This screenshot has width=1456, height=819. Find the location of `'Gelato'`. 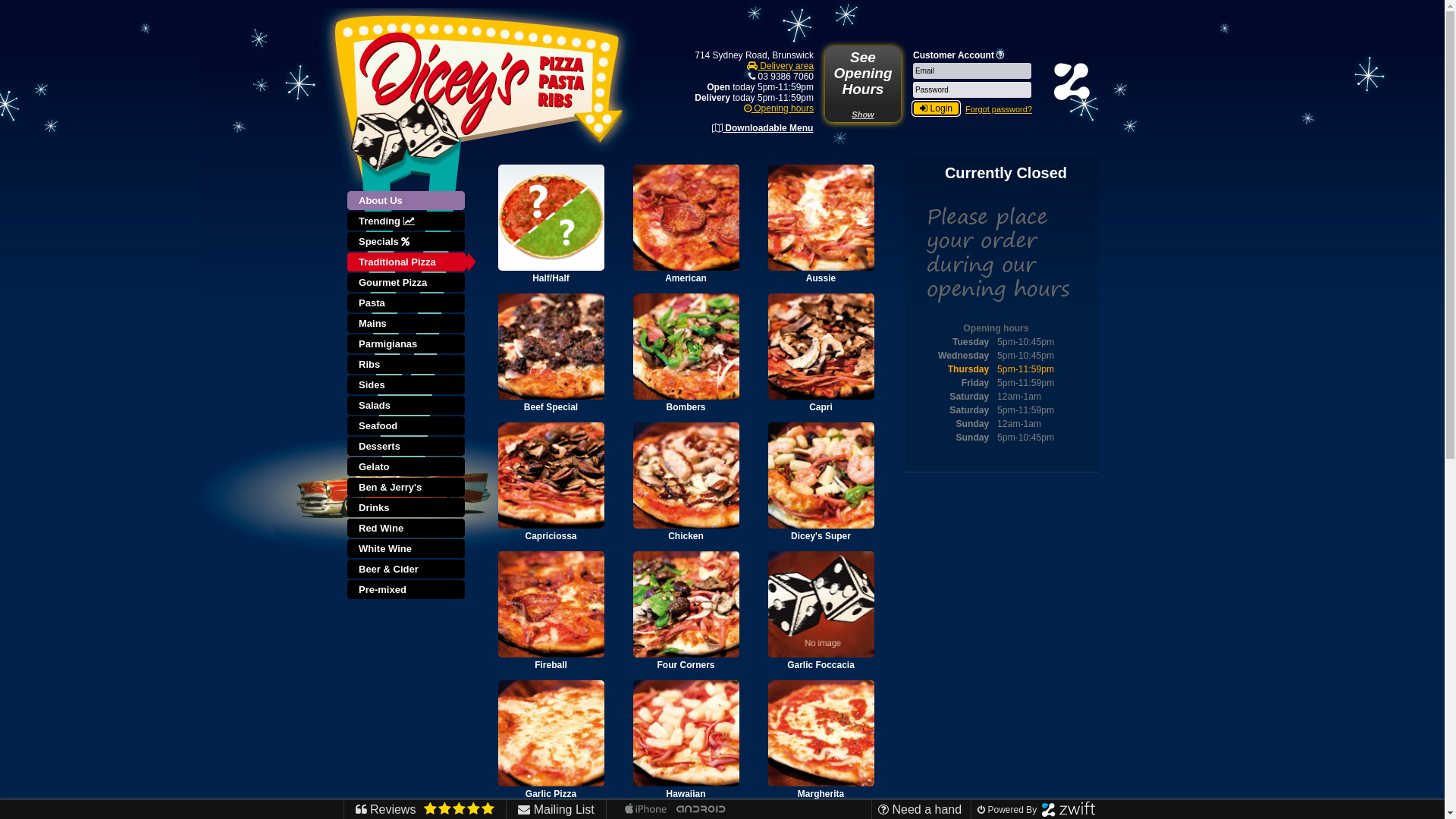

'Gelato' is located at coordinates (407, 466).